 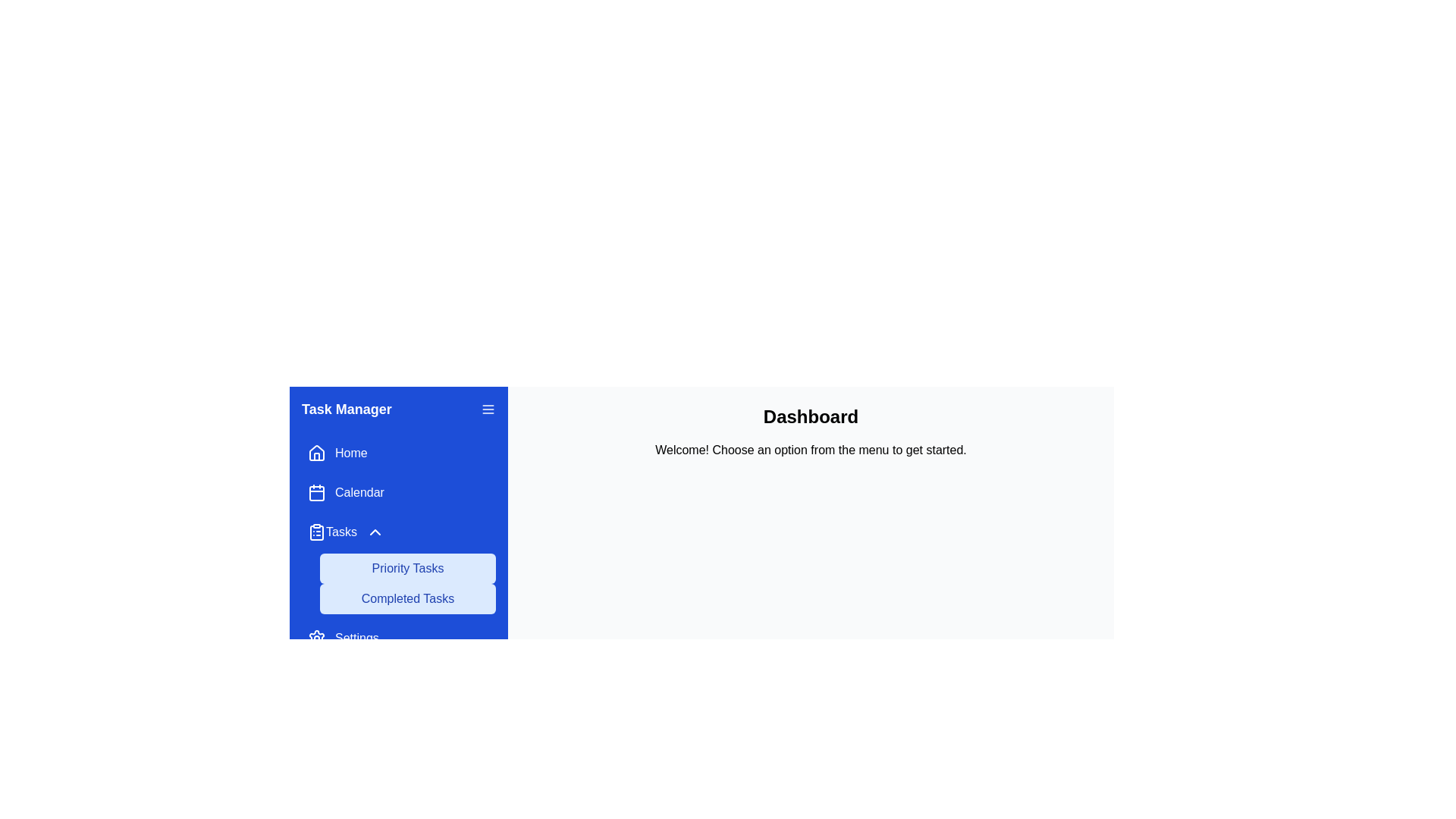 What do you see at coordinates (315, 493) in the screenshot?
I see `the calendar icon, which is the first icon on the left side of the 'Calendar' button in the sidebar navigation menu, positioned between the 'Home' and 'Tasks' options` at bounding box center [315, 493].